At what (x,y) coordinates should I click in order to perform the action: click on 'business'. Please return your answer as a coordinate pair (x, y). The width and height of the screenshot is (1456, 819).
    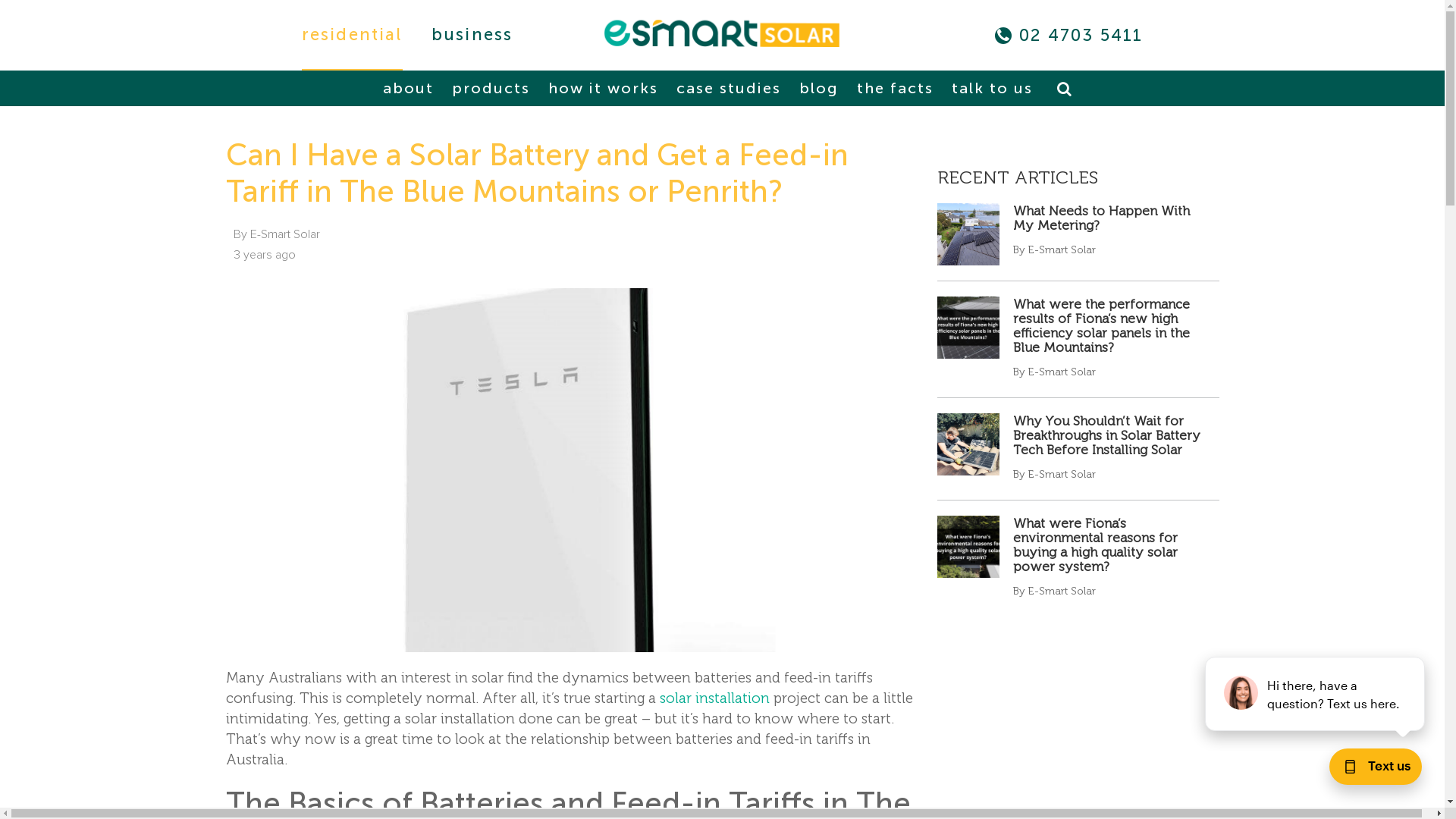
    Looking at the image, I should click on (472, 34).